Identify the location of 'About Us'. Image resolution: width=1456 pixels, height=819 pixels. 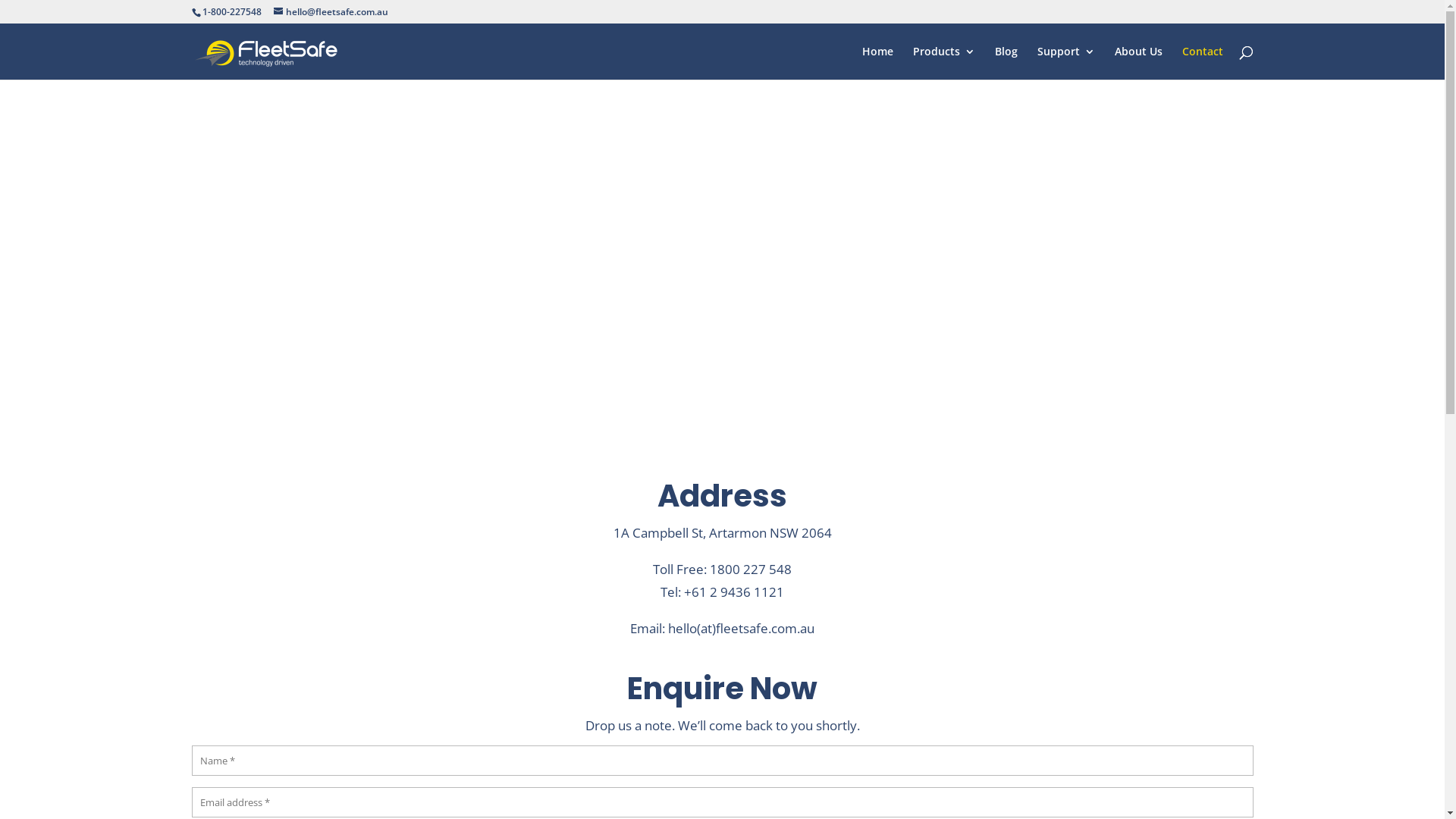
(1138, 62).